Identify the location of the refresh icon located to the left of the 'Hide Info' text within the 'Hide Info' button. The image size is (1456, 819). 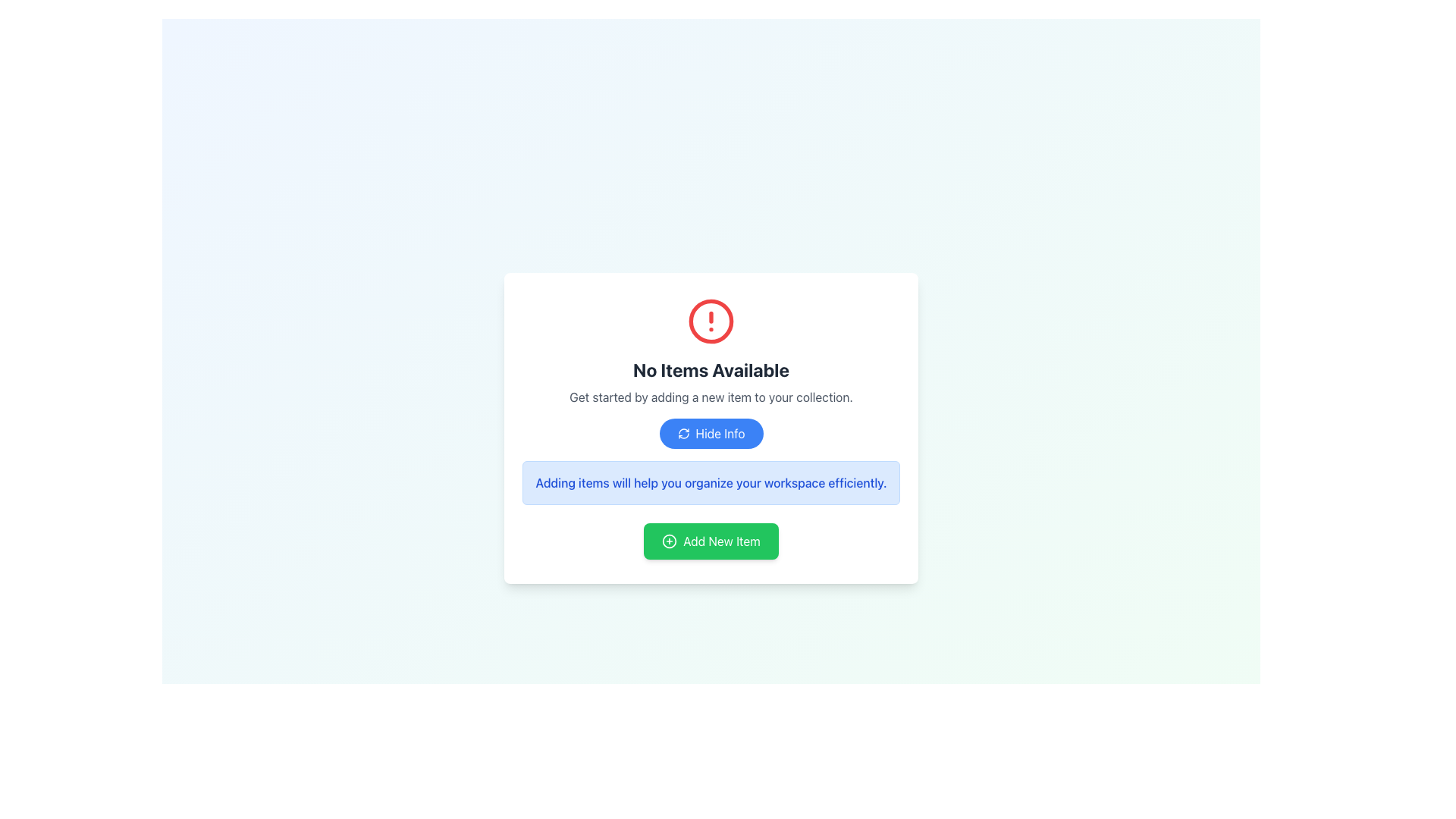
(682, 433).